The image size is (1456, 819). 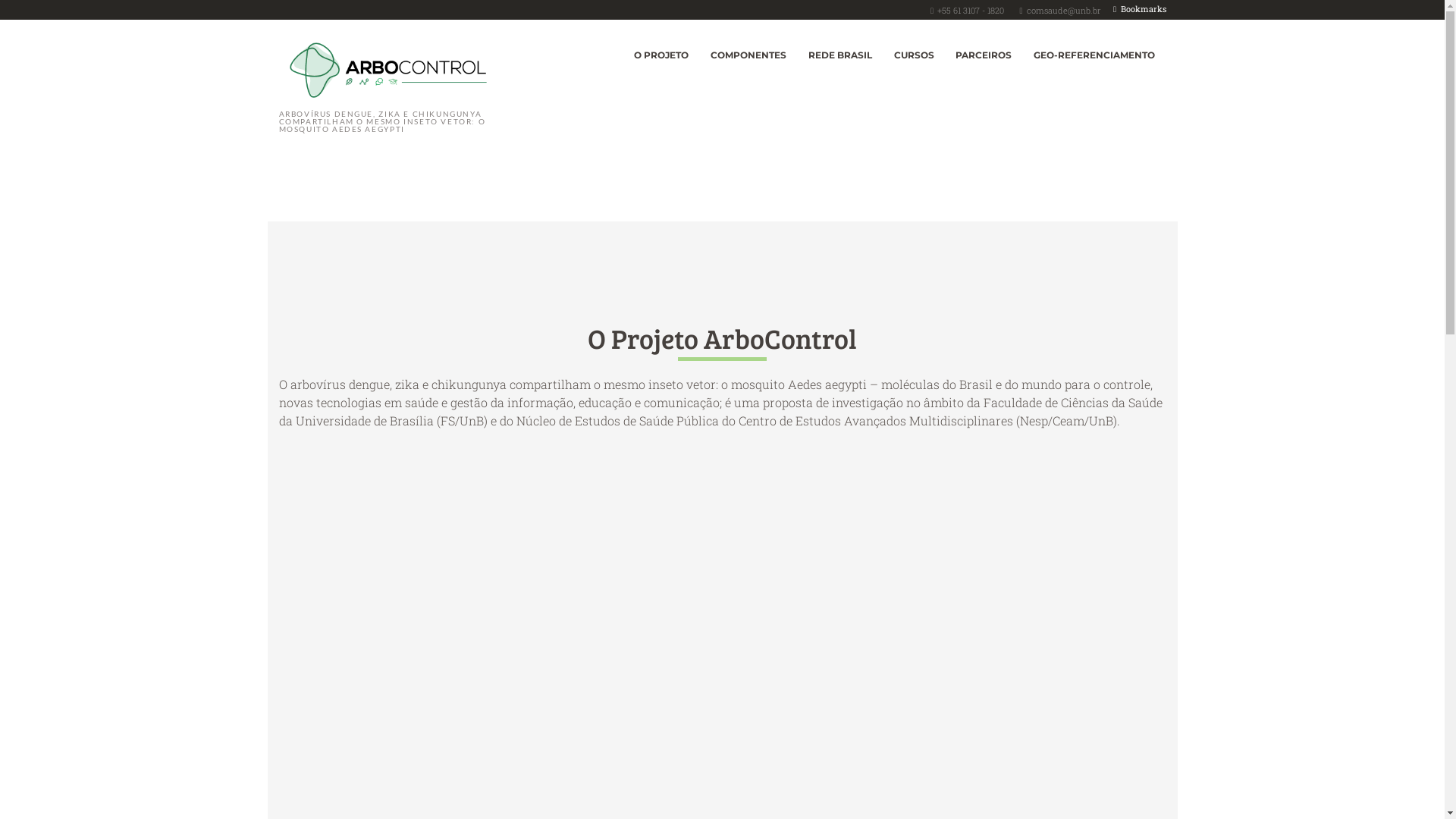 What do you see at coordinates (912, 55) in the screenshot?
I see `'CURSOS'` at bounding box center [912, 55].